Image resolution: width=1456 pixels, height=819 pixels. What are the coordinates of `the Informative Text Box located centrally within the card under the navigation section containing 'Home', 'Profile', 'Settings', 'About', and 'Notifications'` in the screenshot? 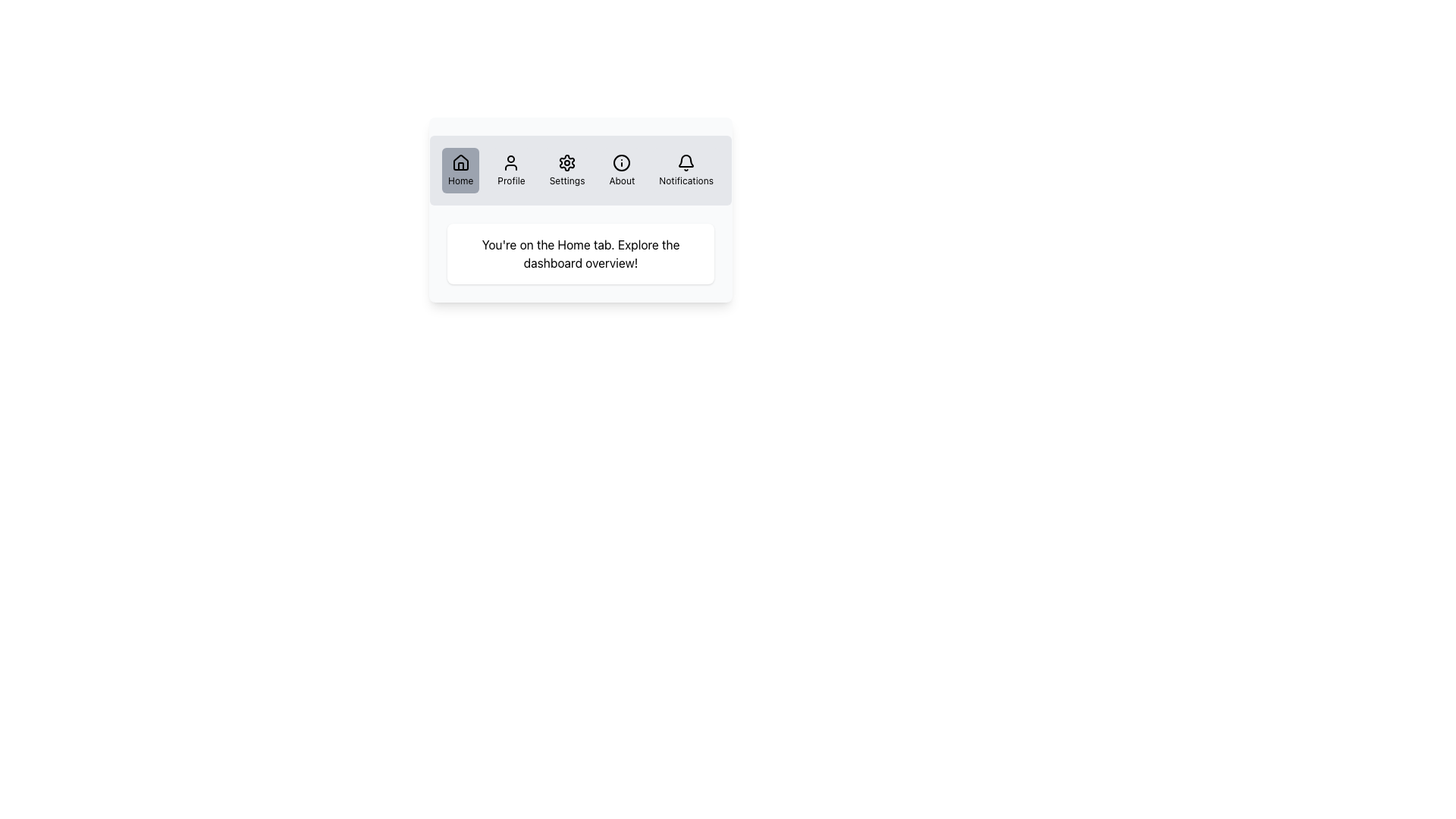 It's located at (580, 253).